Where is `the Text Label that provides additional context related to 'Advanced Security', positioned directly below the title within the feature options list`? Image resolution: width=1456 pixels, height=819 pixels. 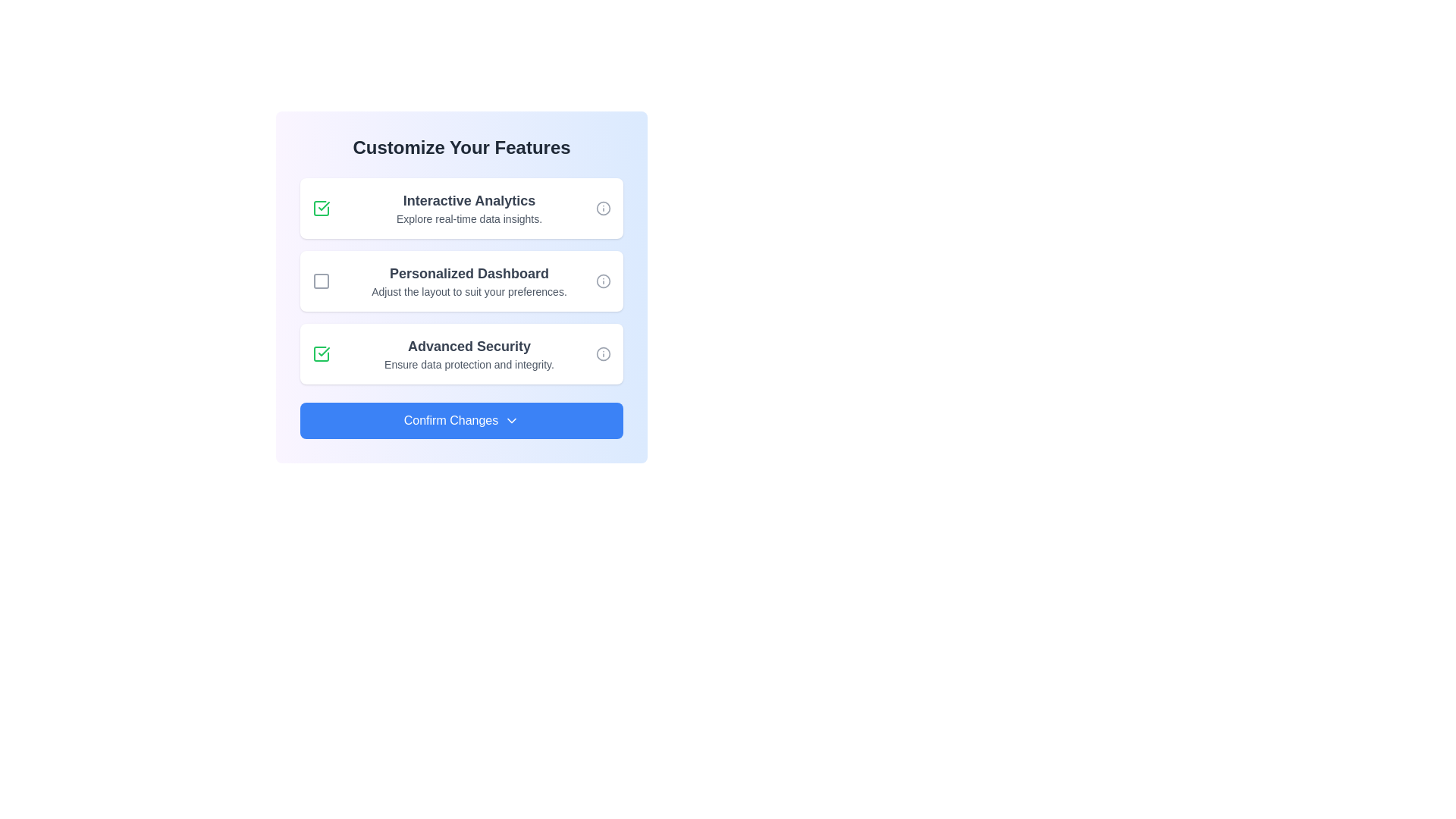 the Text Label that provides additional context related to 'Advanced Security', positioned directly below the title within the feature options list is located at coordinates (469, 365).